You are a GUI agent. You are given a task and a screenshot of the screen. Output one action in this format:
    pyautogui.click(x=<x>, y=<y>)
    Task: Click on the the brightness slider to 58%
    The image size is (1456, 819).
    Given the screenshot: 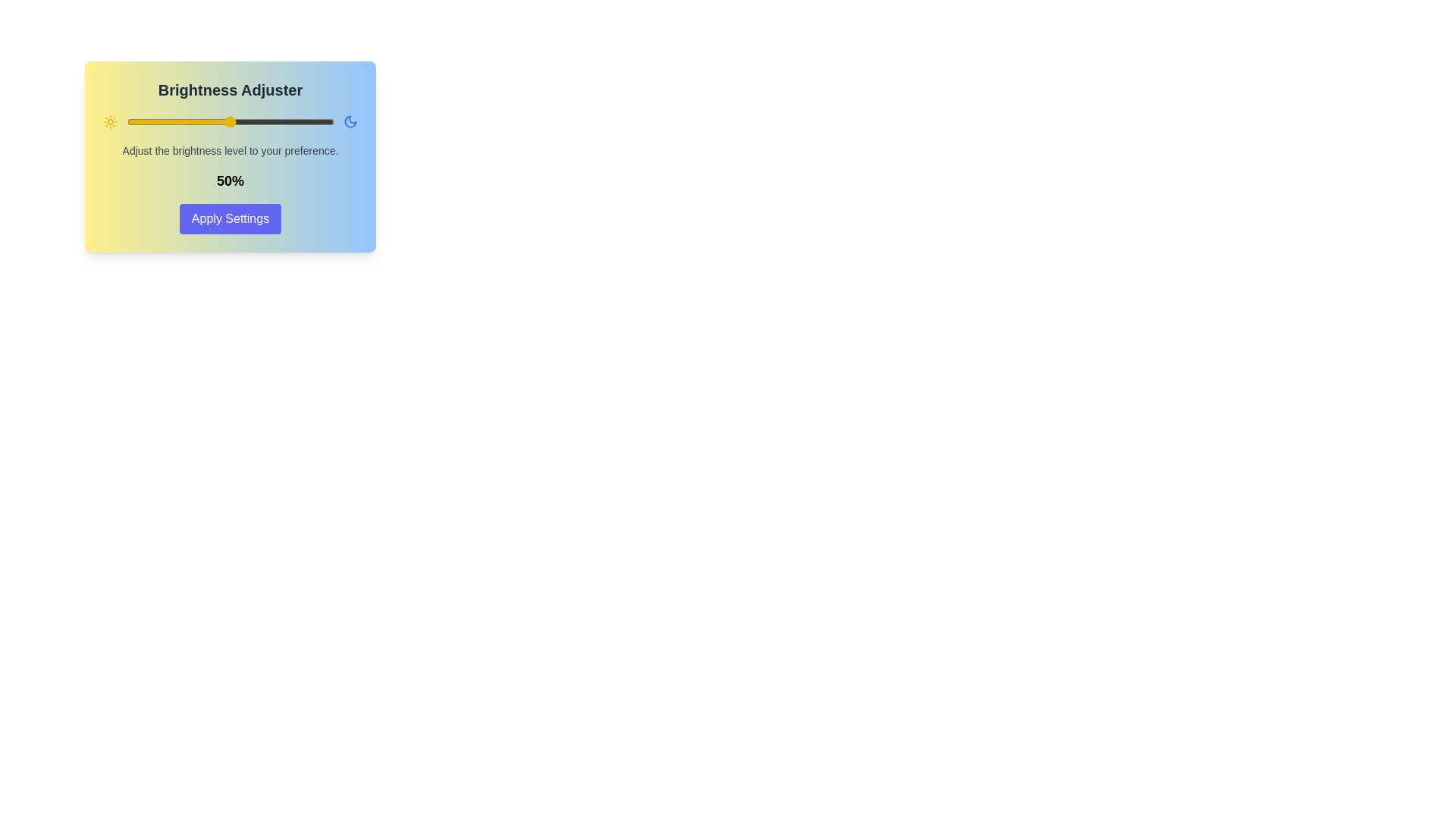 What is the action you would take?
    pyautogui.click(x=246, y=121)
    